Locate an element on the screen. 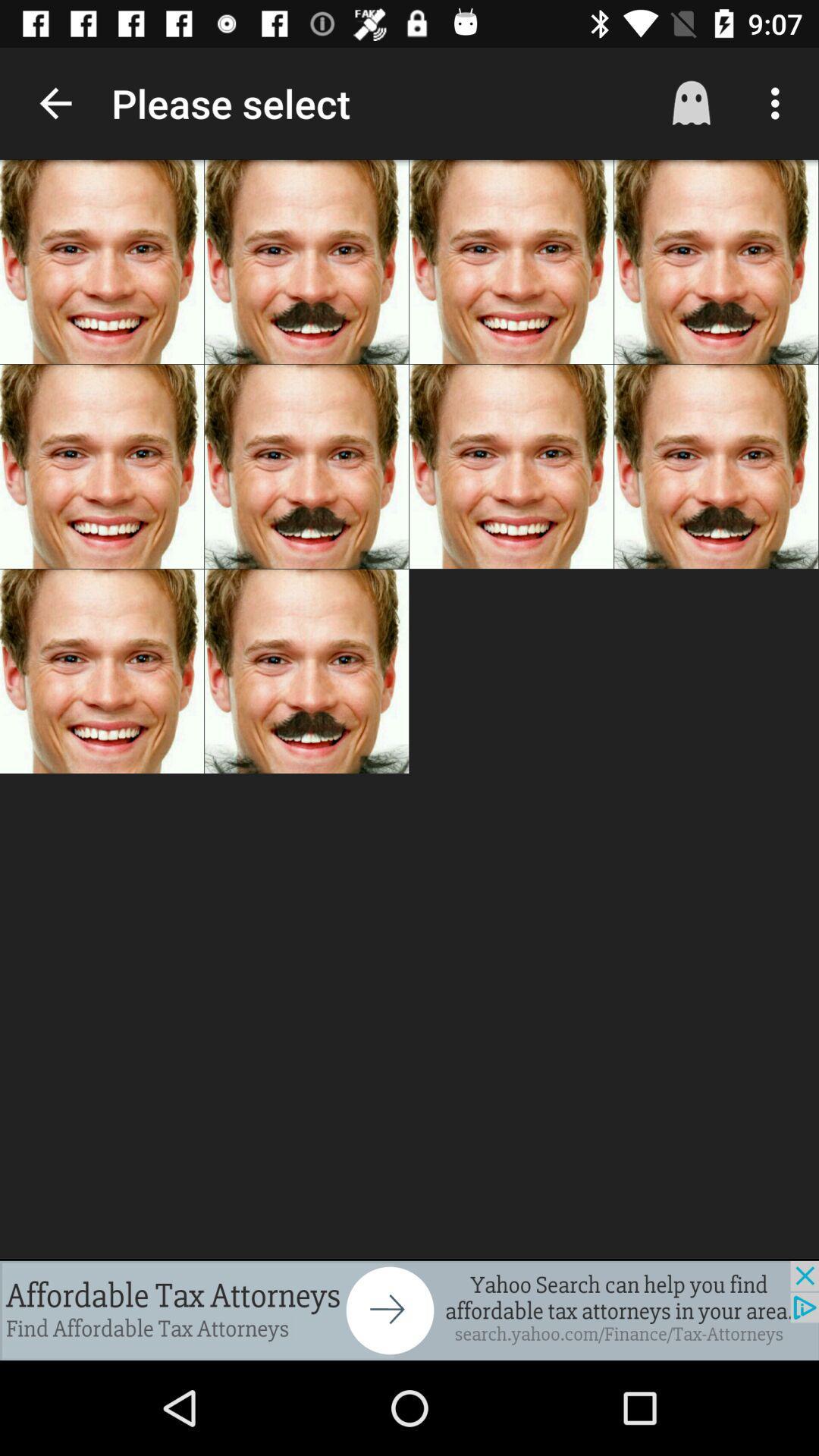 The image size is (819, 1456). menu button is located at coordinates (779, 103).